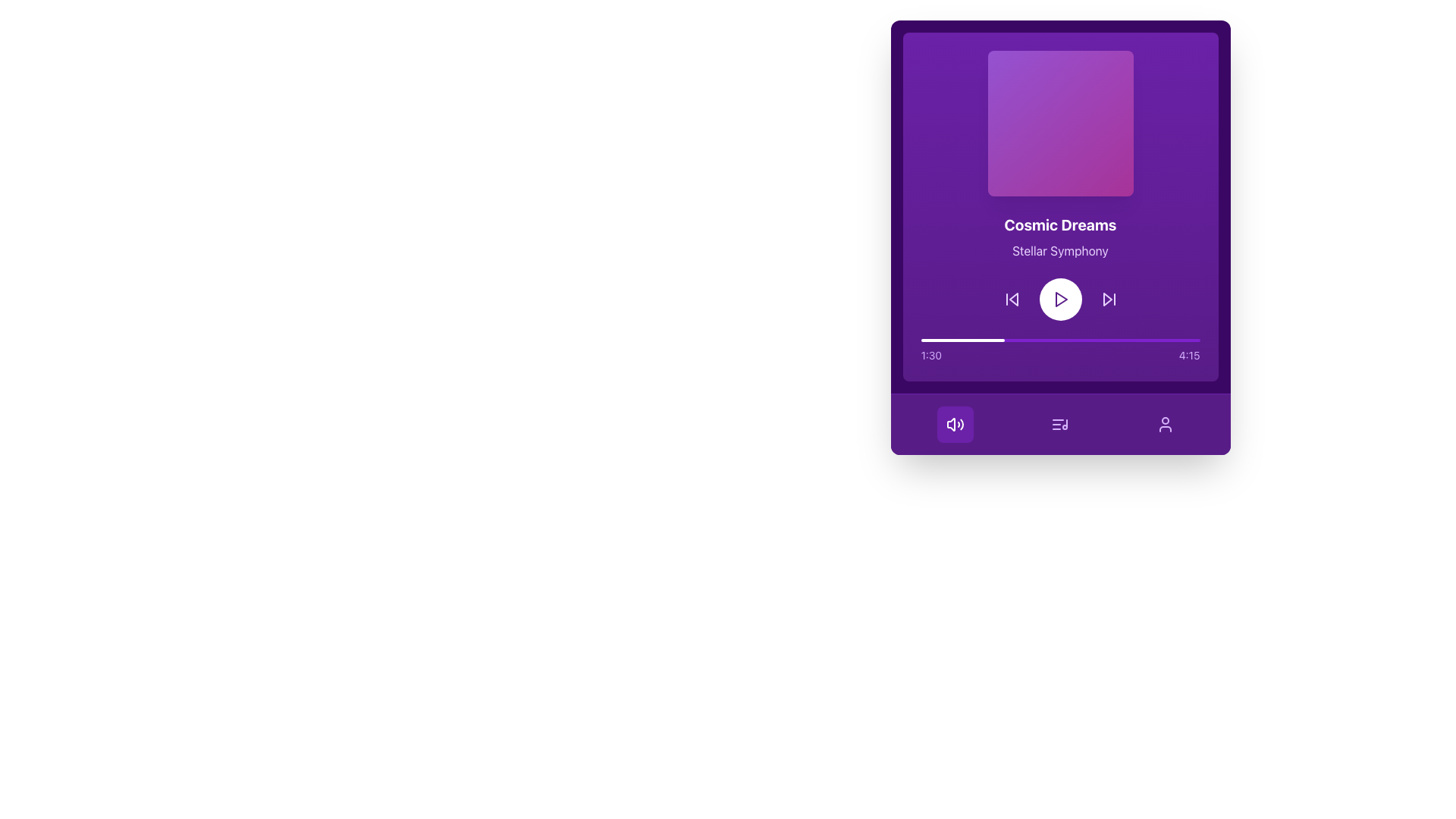 The image size is (1456, 819). I want to click on the volume control button located at the bottom-left corner of the navigation bar, so click(954, 424).